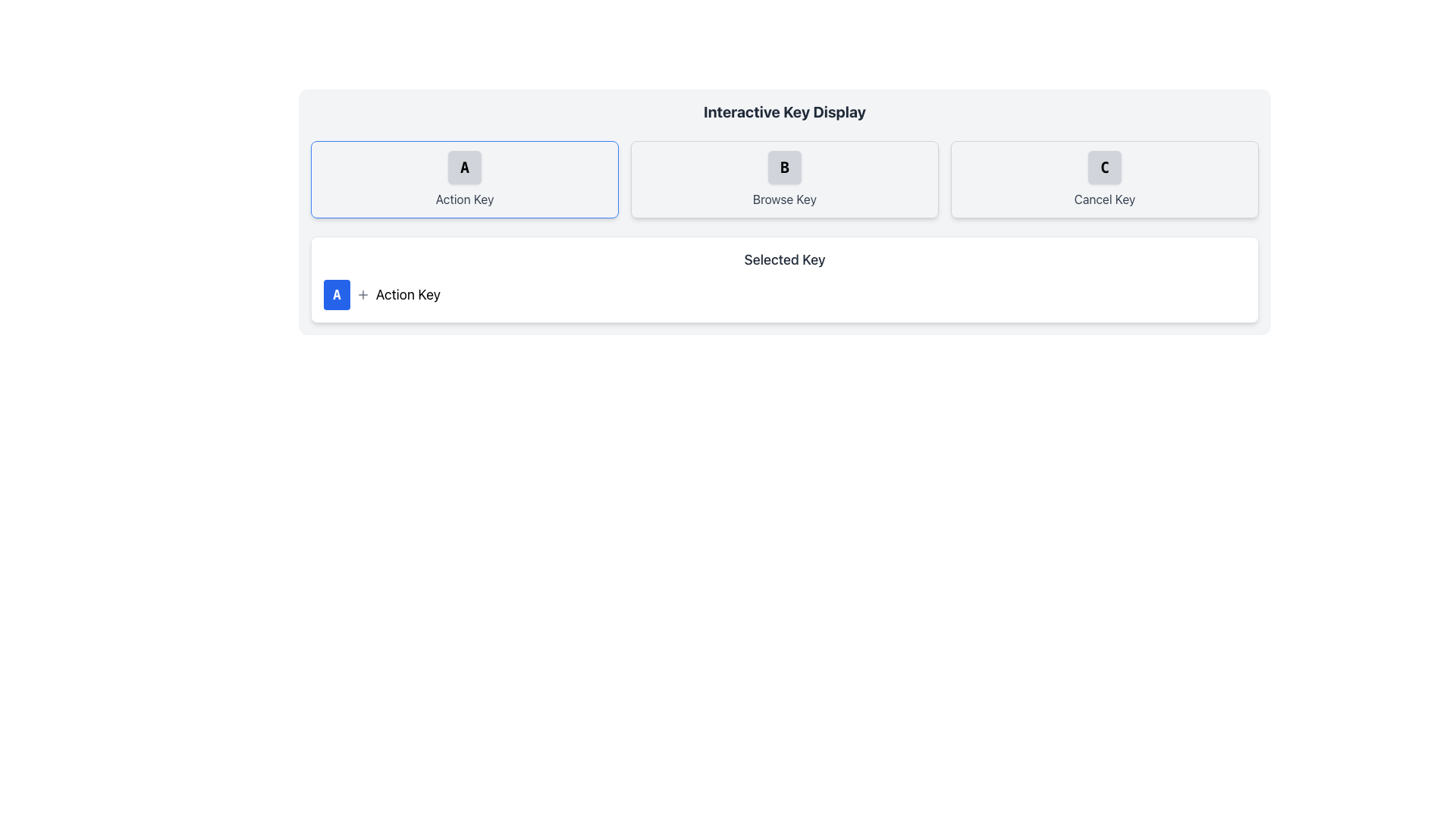 This screenshot has height=819, width=1456. Describe the element at coordinates (464, 167) in the screenshot. I see `the static text display showing the letter 'A' in bold monospaced font, which is positioned above the 'Action Key' label` at that location.